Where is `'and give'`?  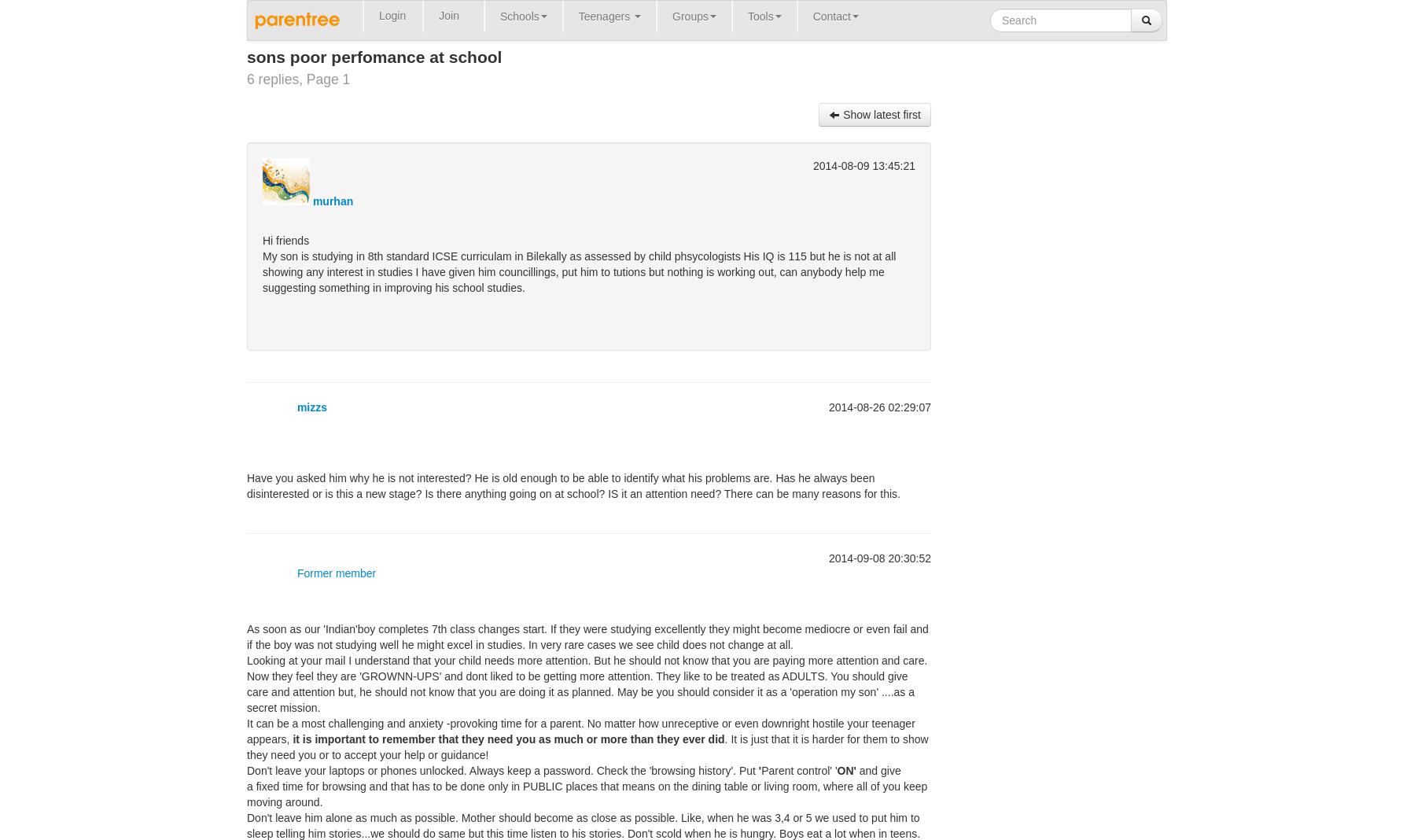
'and give' is located at coordinates (879, 770).